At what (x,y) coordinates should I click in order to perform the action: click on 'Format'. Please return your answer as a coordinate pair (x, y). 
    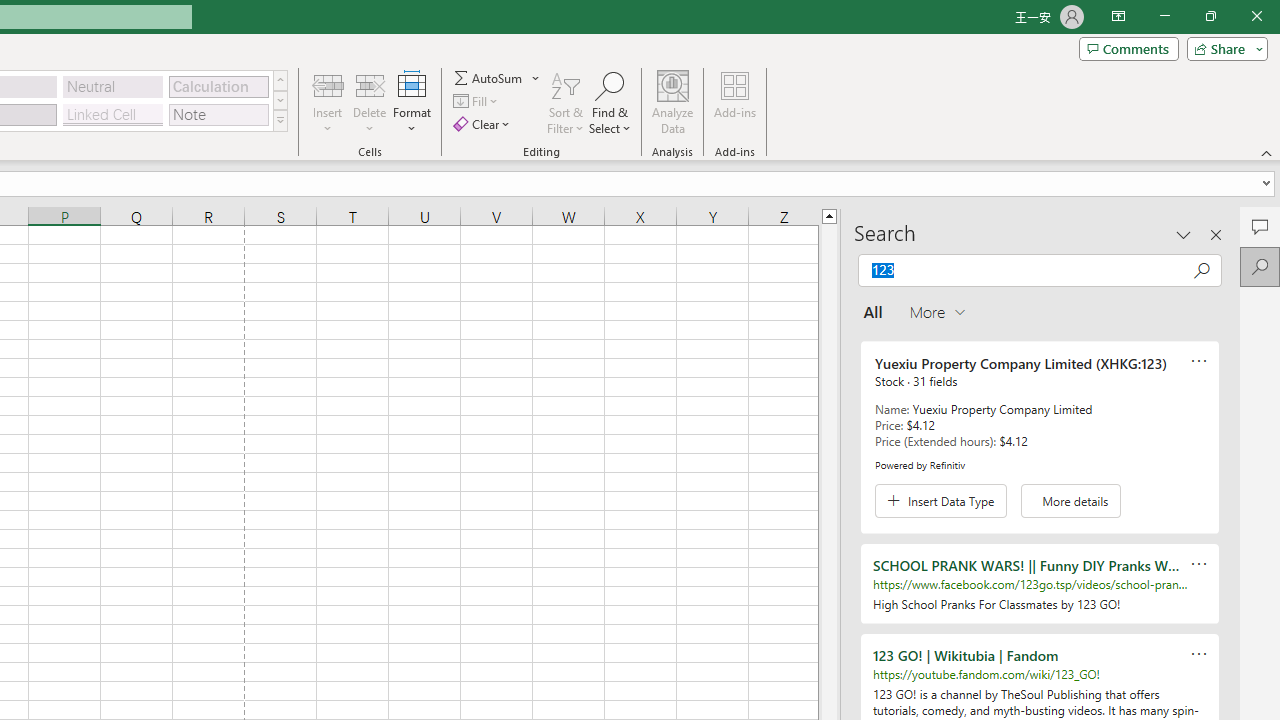
    Looking at the image, I should click on (411, 103).